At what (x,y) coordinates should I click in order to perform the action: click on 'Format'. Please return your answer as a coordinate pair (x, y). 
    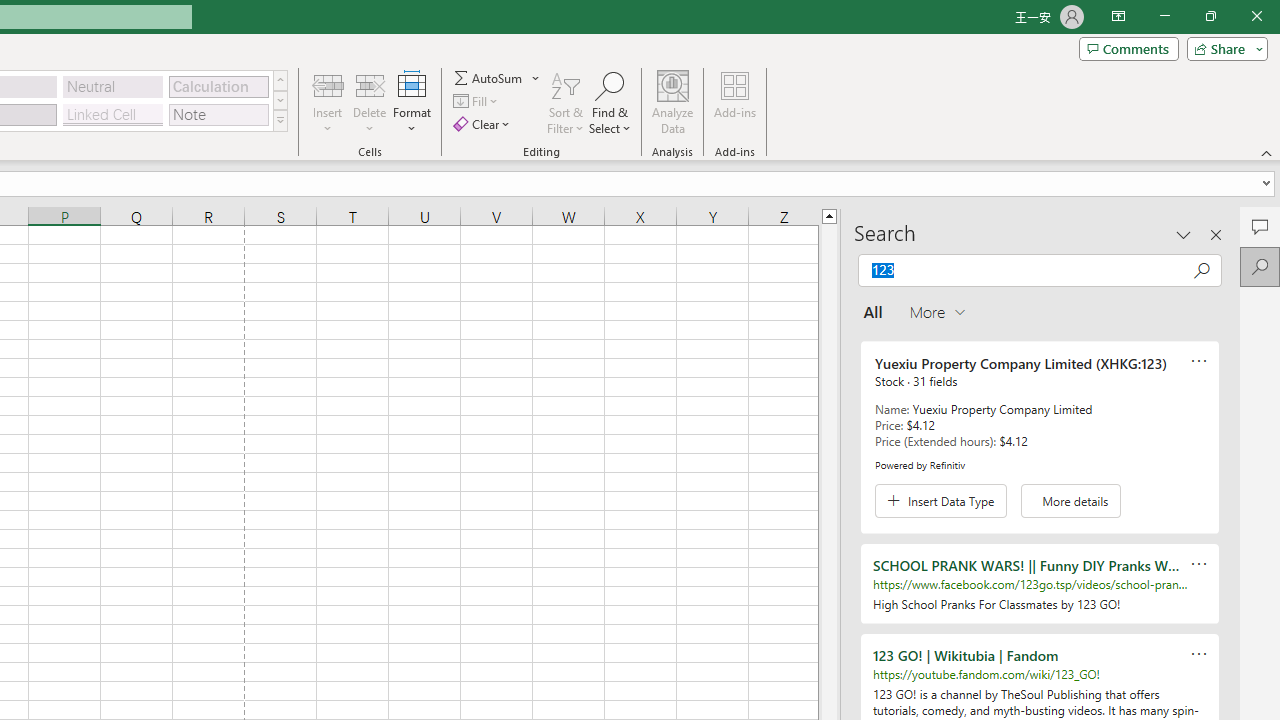
    Looking at the image, I should click on (411, 103).